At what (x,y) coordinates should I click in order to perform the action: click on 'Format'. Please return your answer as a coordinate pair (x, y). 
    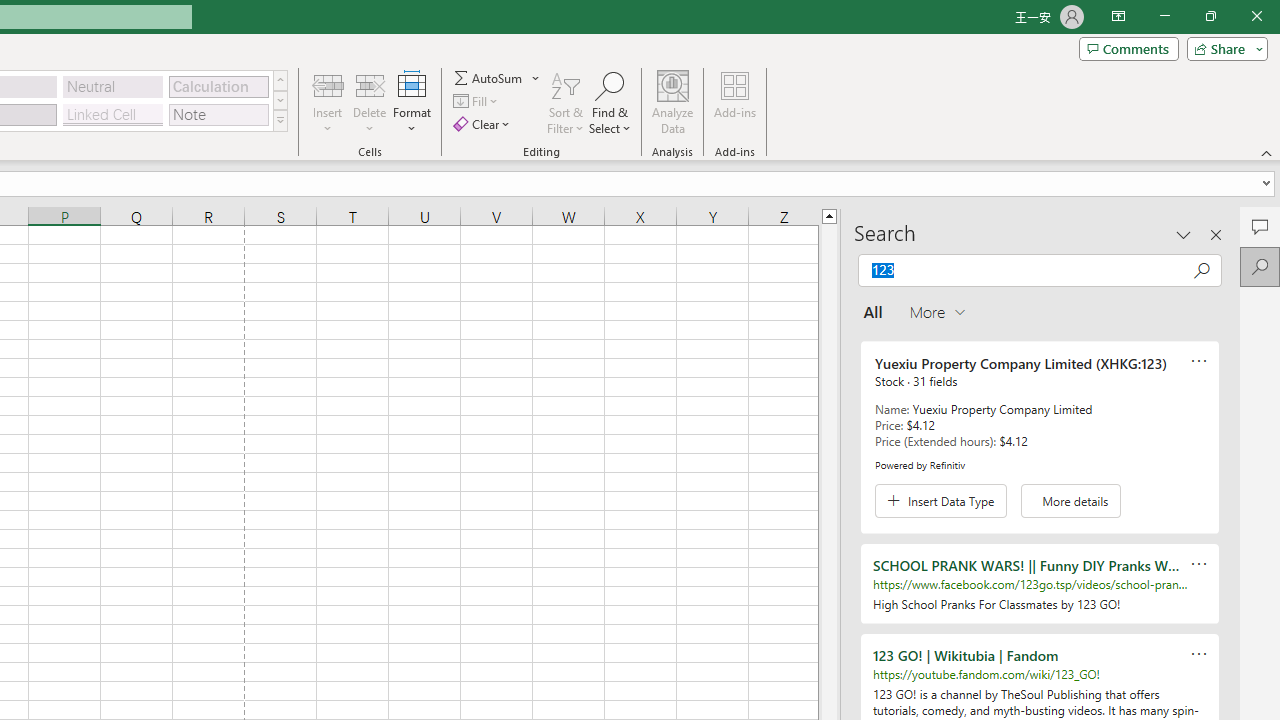
    Looking at the image, I should click on (411, 103).